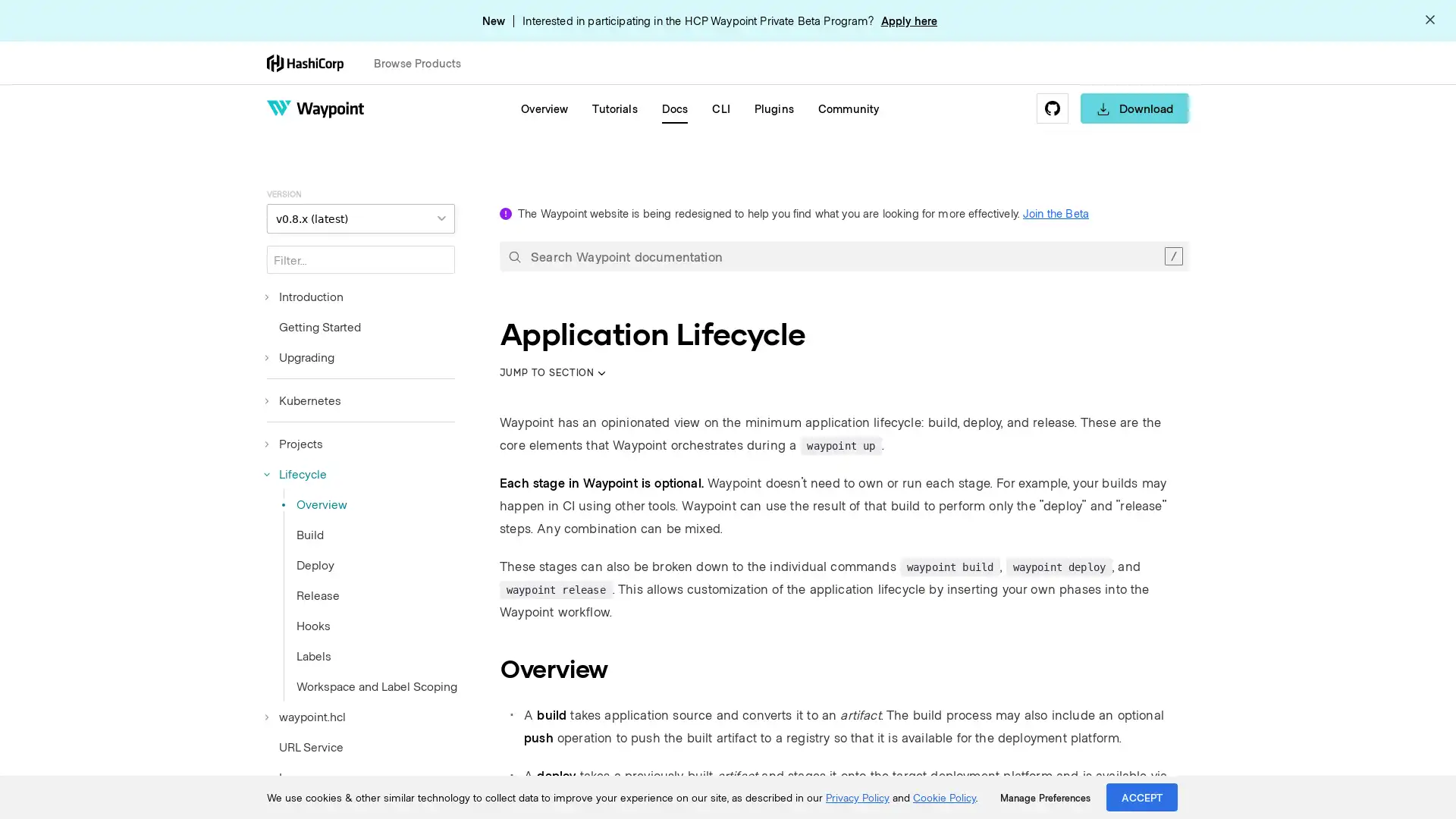  I want to click on Lifecycle, so click(297, 472).